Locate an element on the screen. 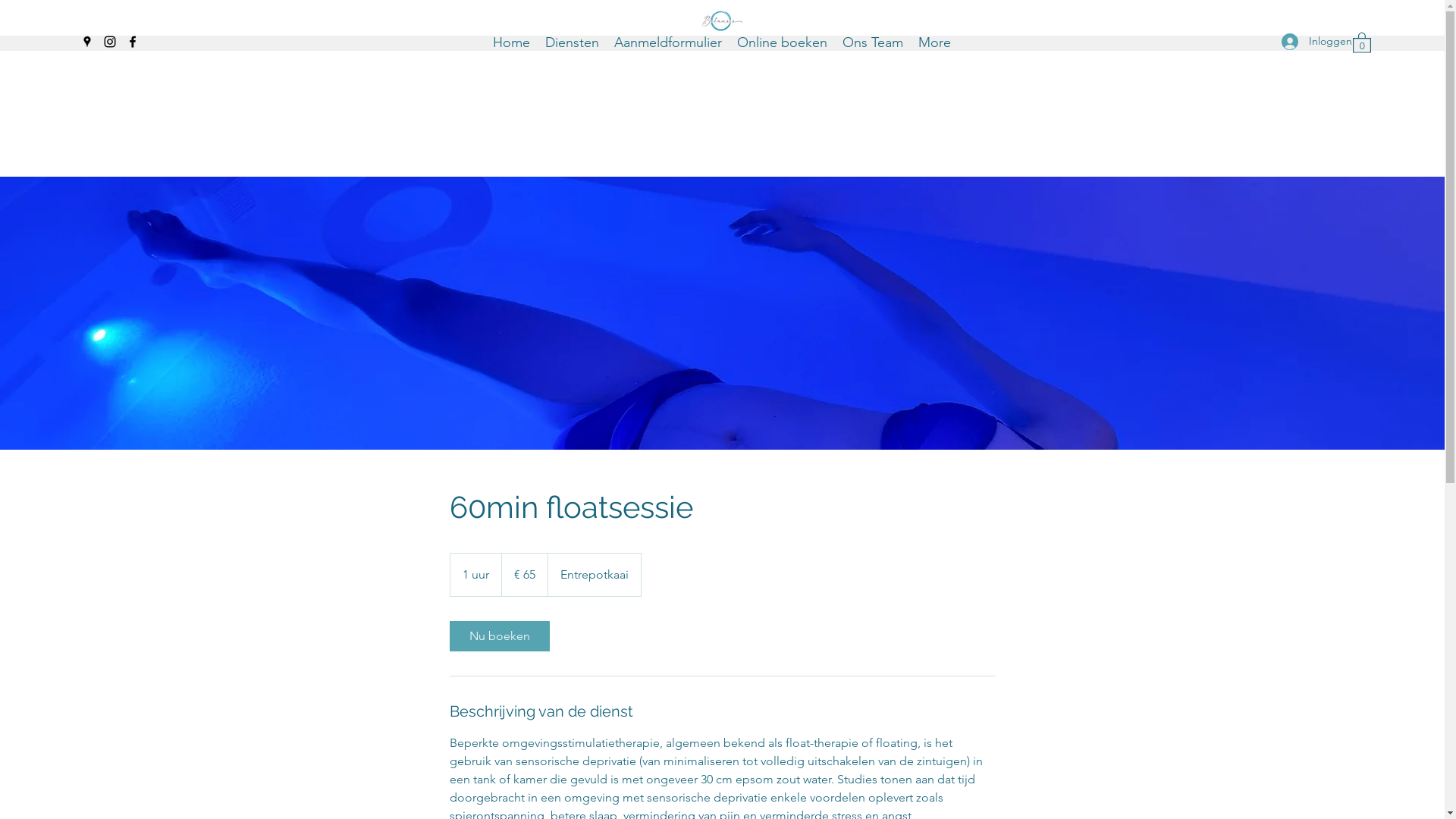 This screenshot has height=819, width=1456. 'Online boeken' is located at coordinates (782, 40).